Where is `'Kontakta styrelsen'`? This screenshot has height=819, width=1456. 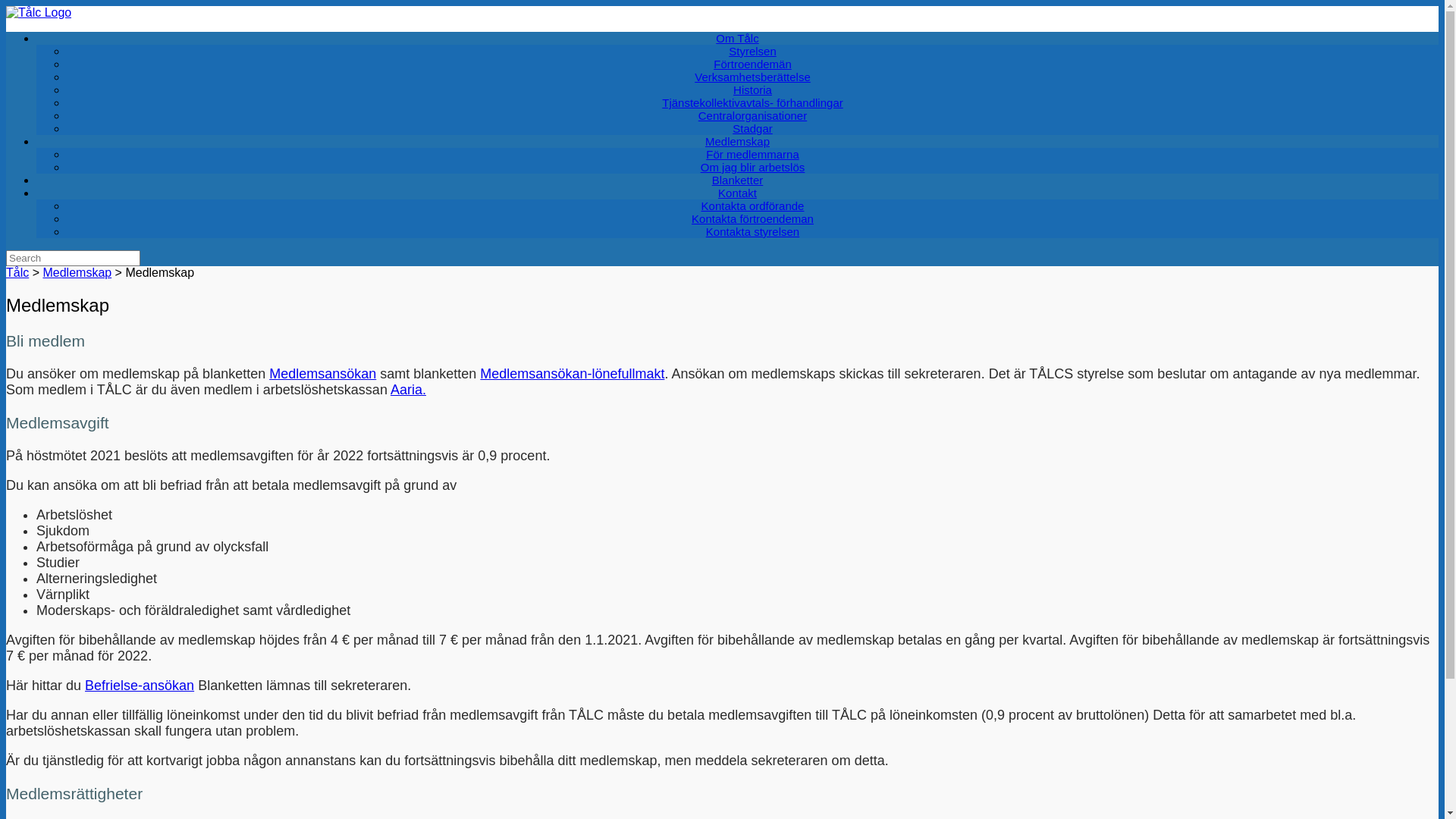
'Kontakta styrelsen' is located at coordinates (752, 231).